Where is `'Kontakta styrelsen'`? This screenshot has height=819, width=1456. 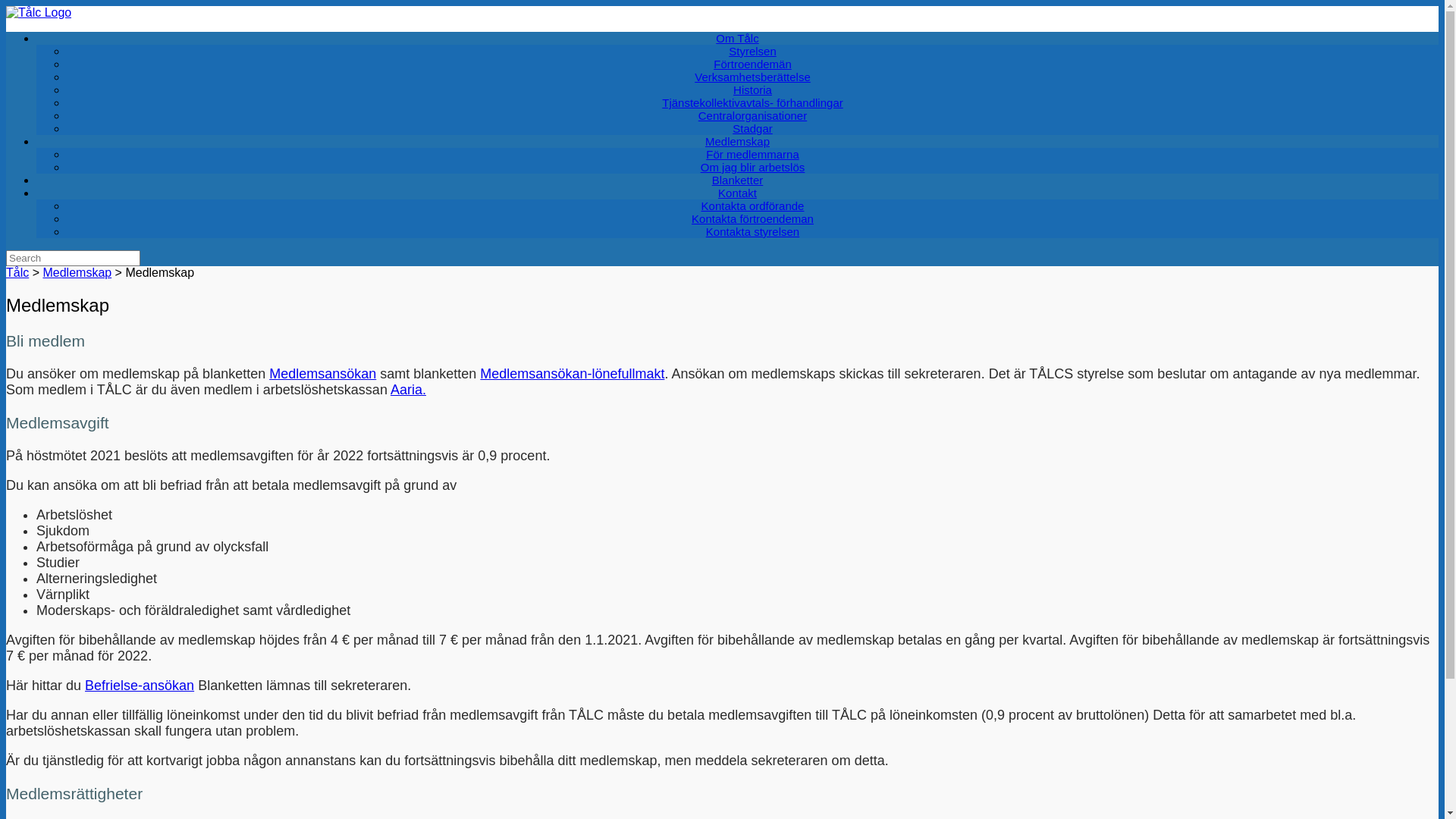
'Kontakta styrelsen' is located at coordinates (752, 231).